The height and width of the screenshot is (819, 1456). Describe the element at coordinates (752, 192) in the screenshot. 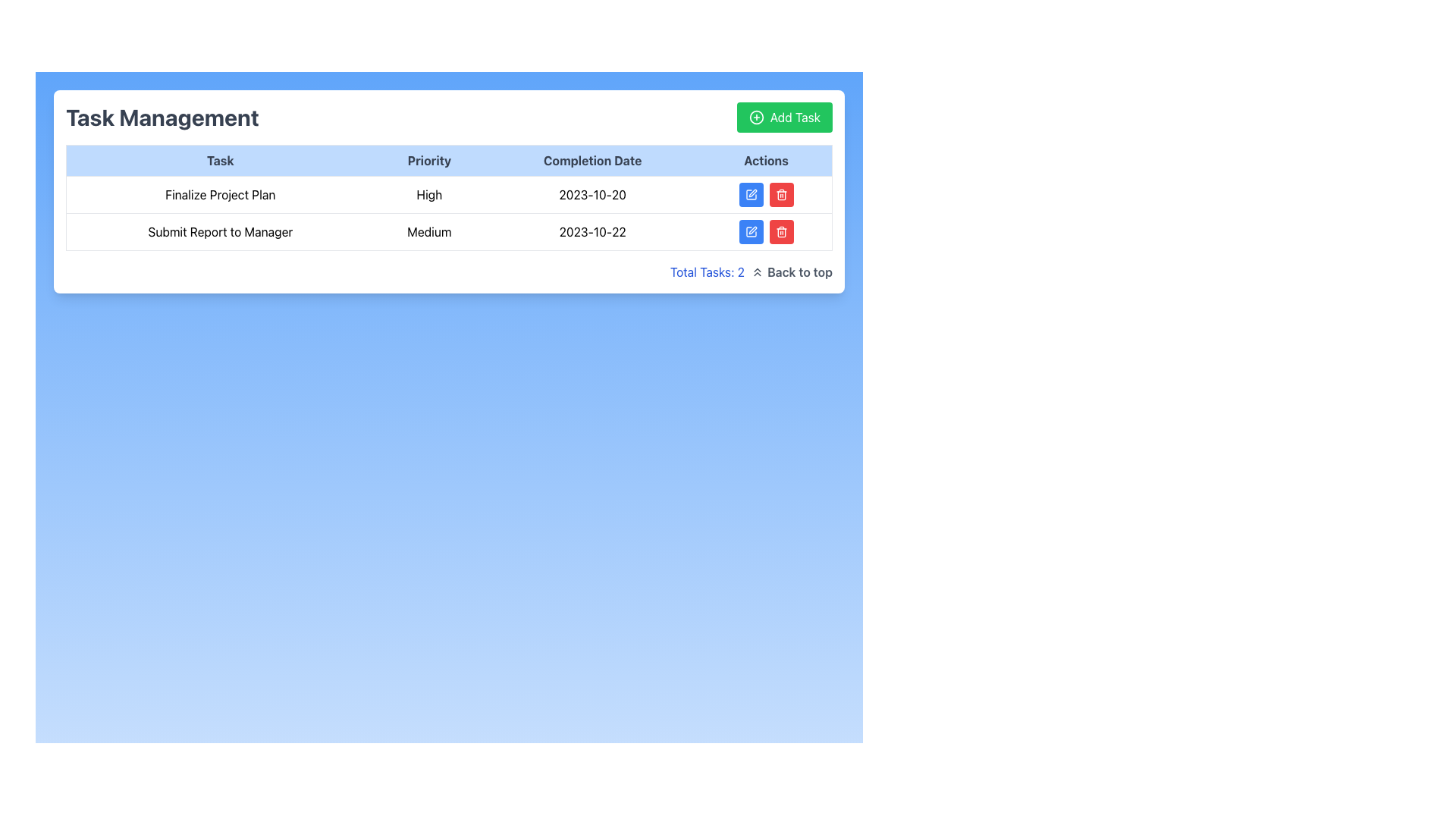

I see `the edit icon located in the 'Actions' column of the second row in the 'Task Management' section` at that location.